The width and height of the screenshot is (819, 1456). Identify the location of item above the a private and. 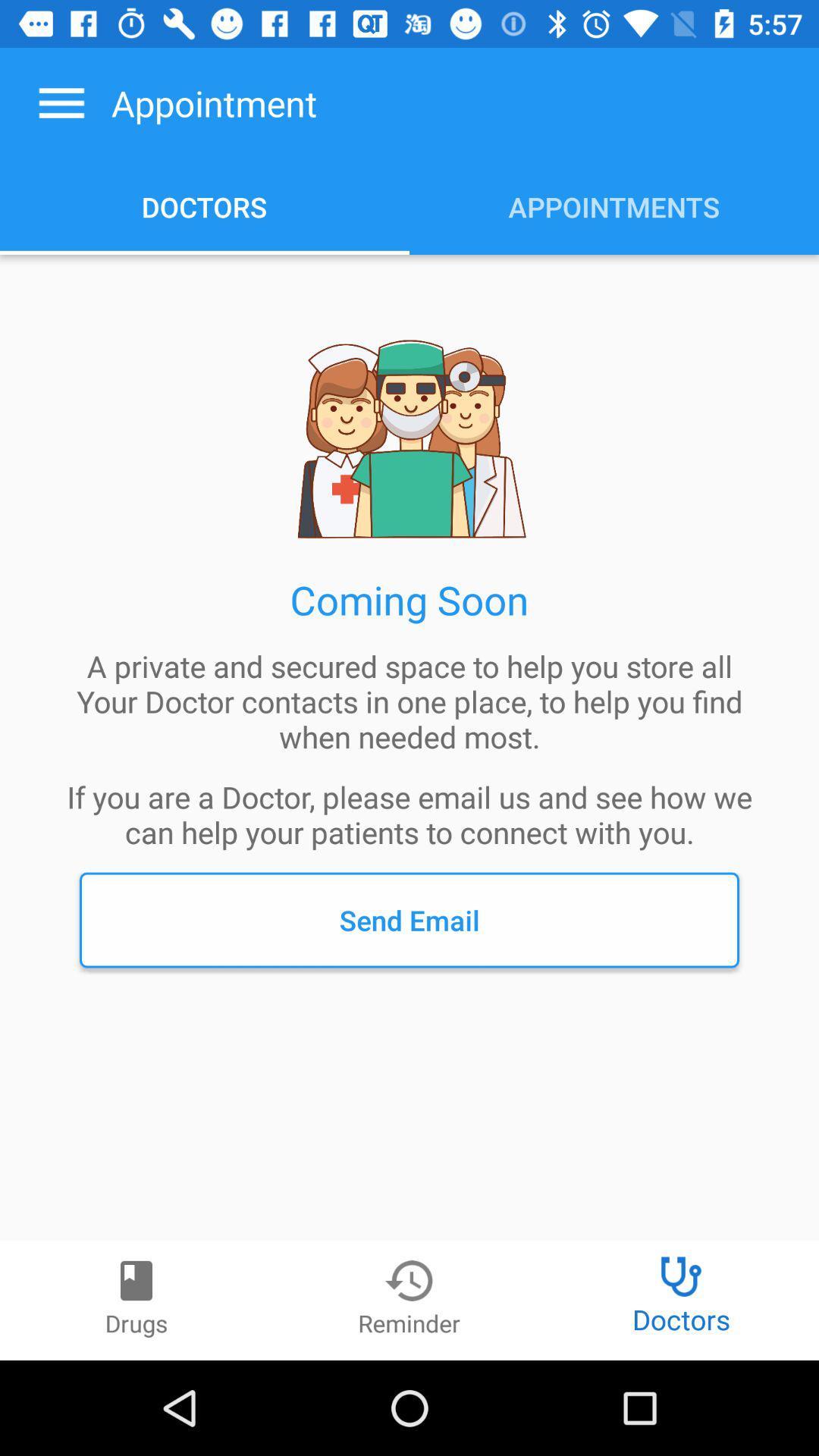
(61, 102).